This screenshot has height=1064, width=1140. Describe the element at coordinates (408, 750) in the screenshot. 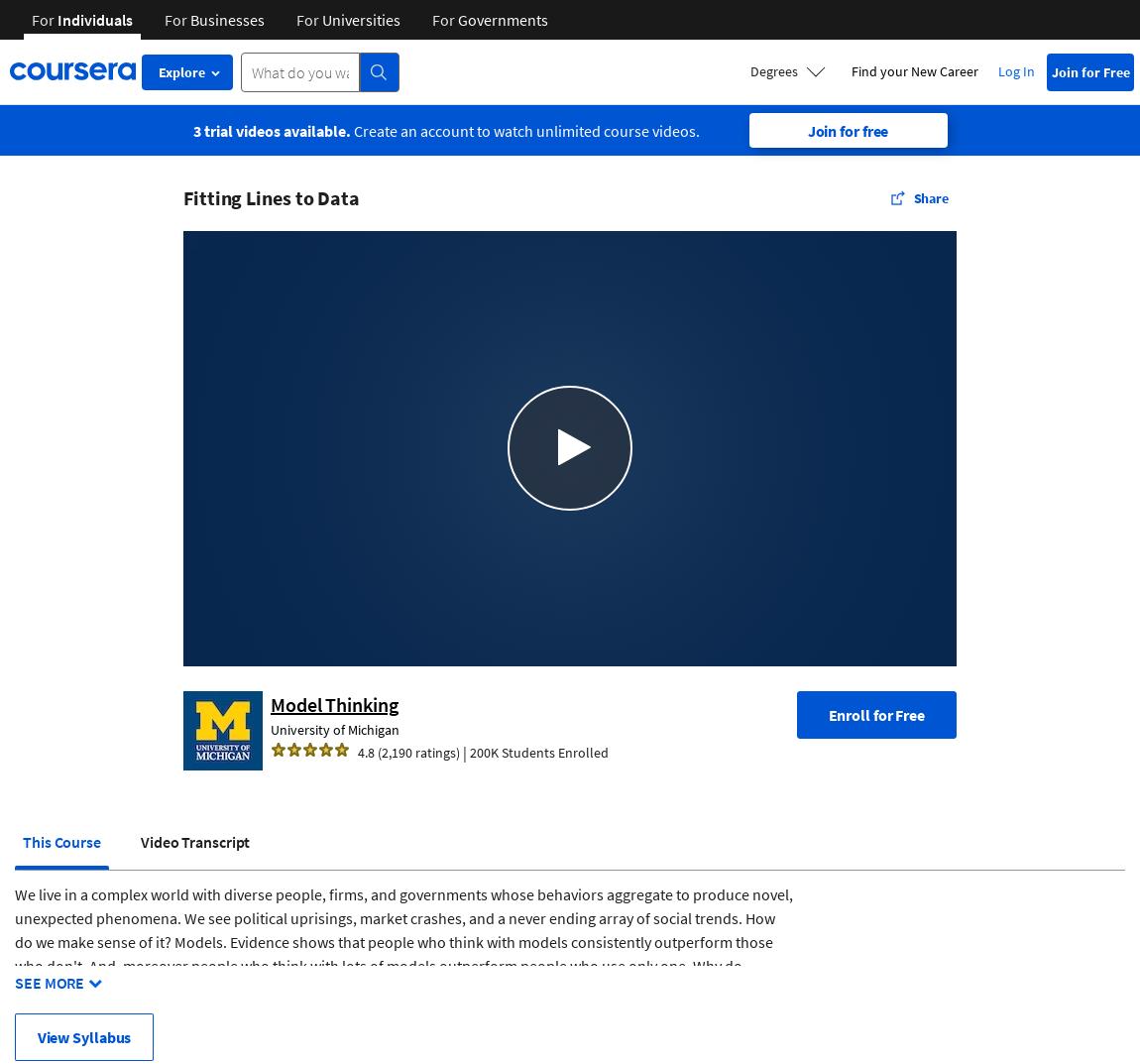

I see `'4.8 (2,190 ratings)'` at that location.